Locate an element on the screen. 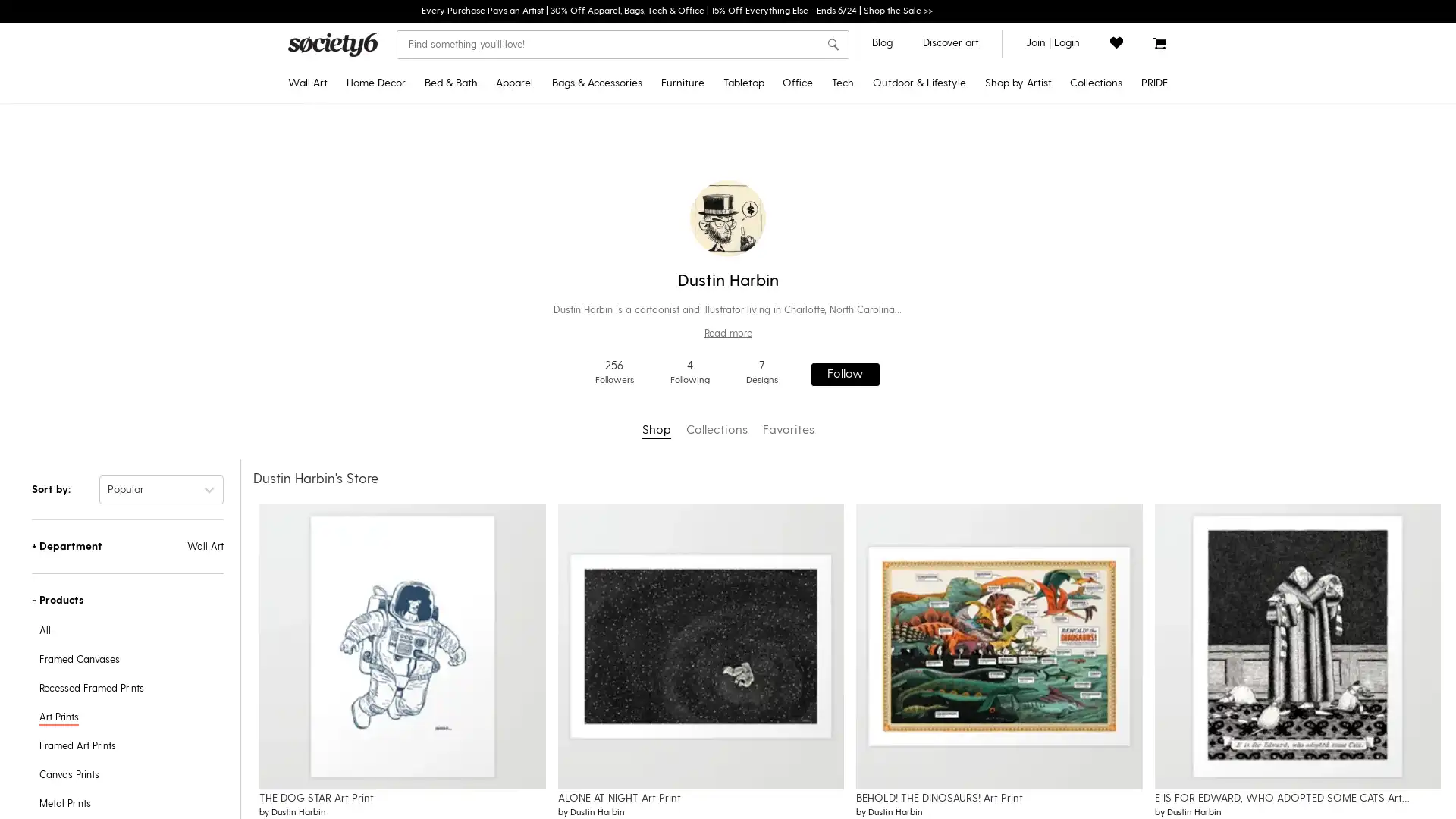  Sling Chairs is located at coordinates (939, 391).